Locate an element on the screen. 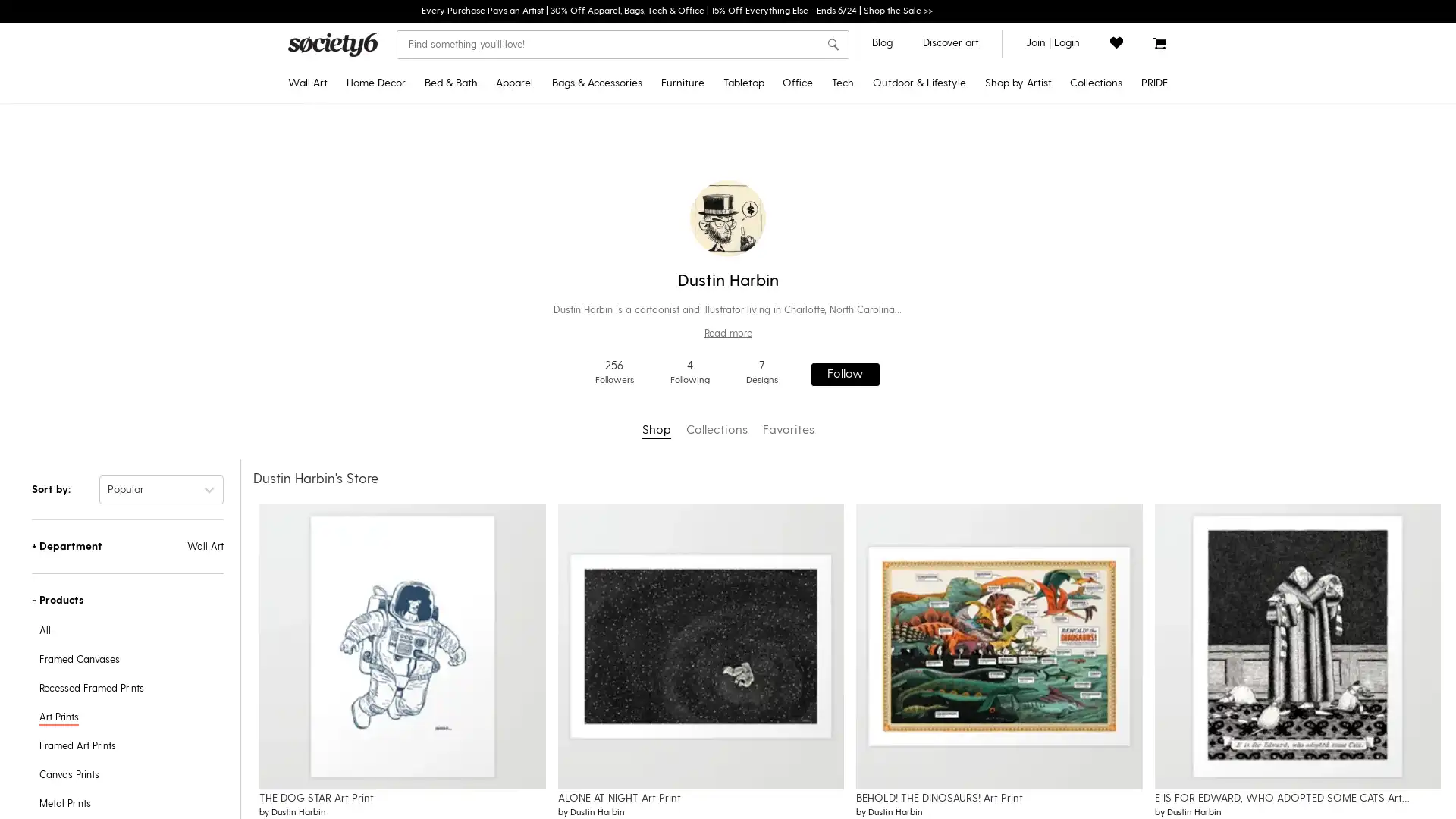  Sling Chairs is located at coordinates (939, 391).